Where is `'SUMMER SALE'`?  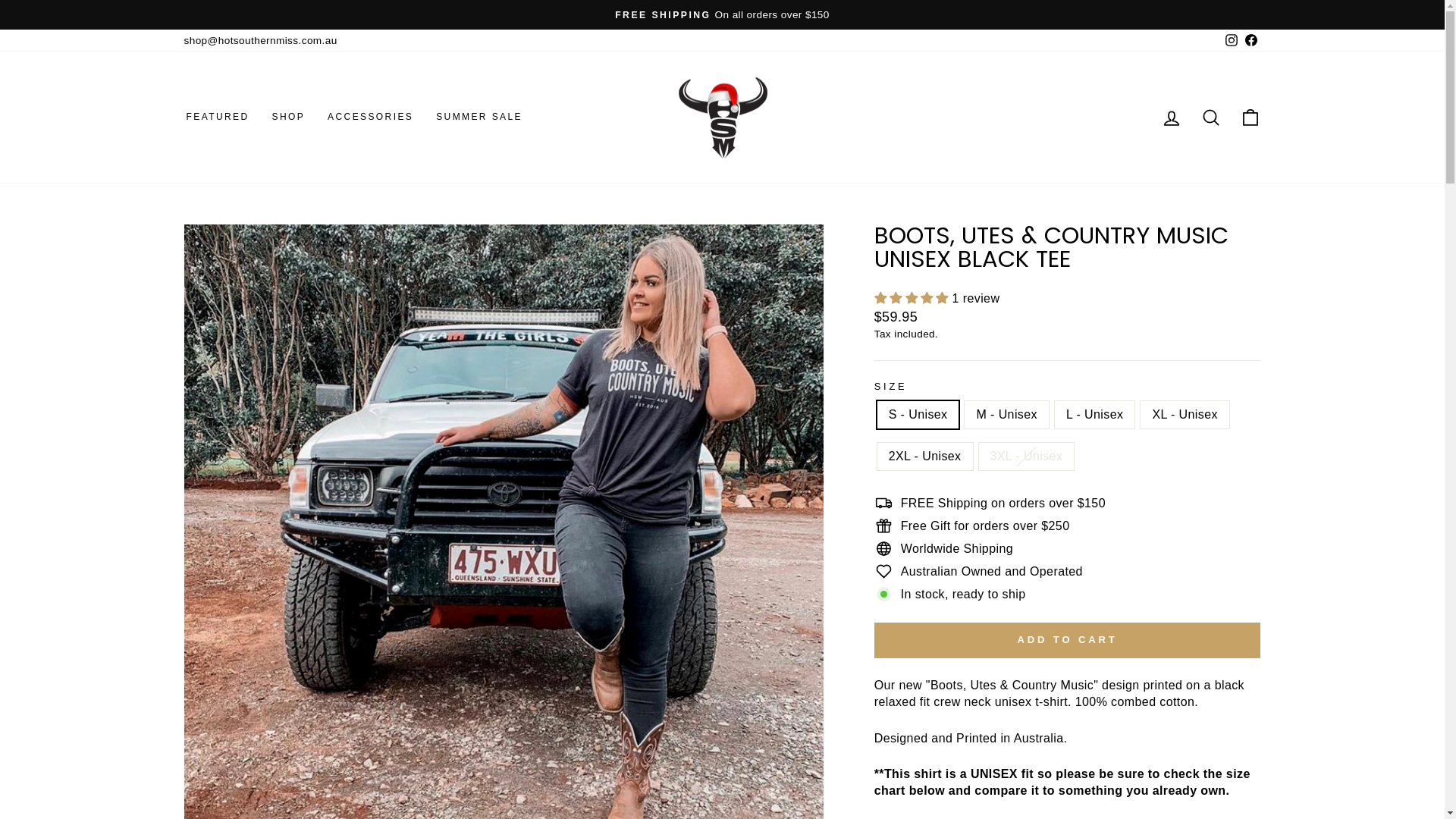 'SUMMER SALE' is located at coordinates (479, 116).